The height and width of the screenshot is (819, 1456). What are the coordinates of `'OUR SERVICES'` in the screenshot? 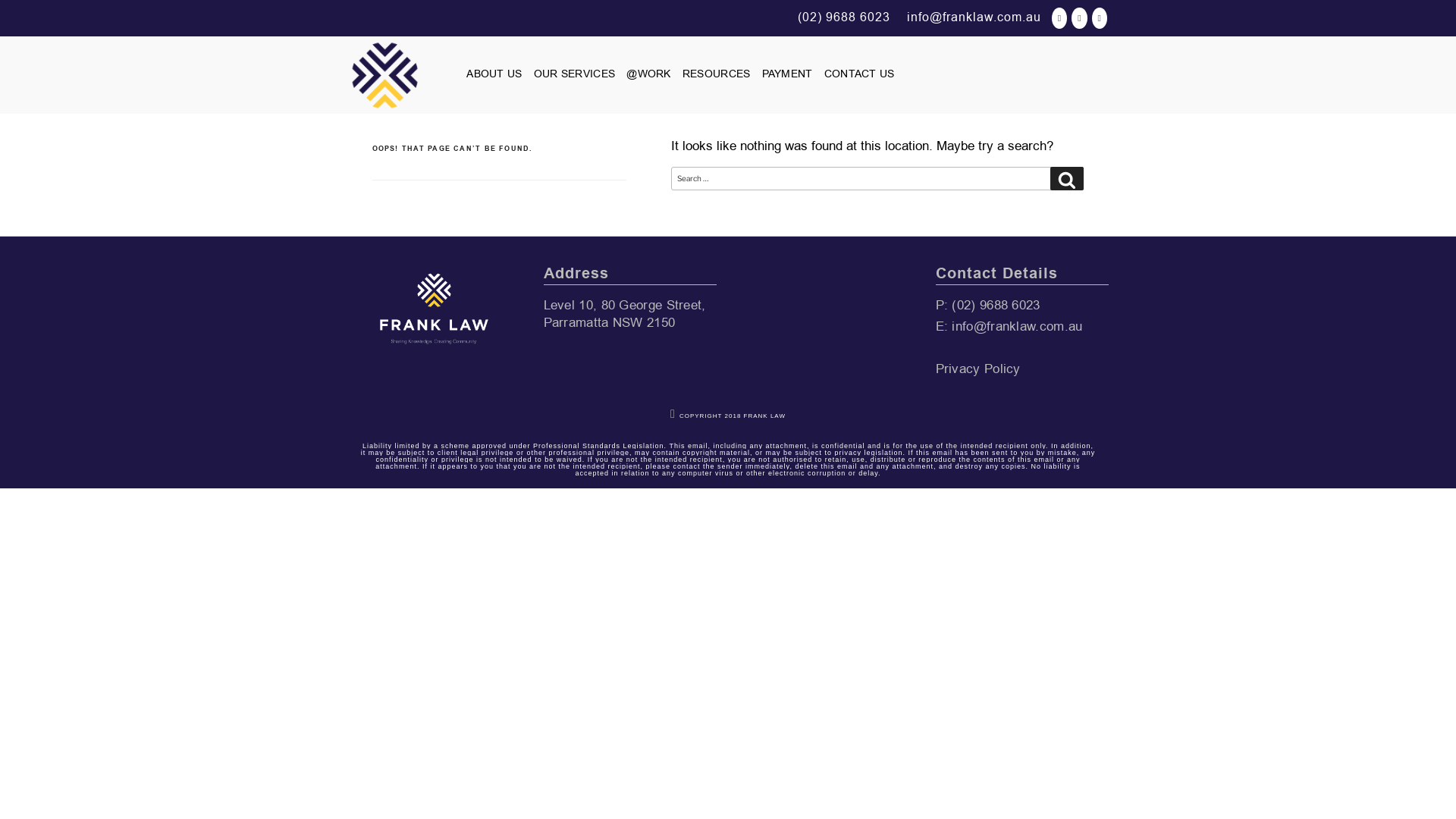 It's located at (574, 74).